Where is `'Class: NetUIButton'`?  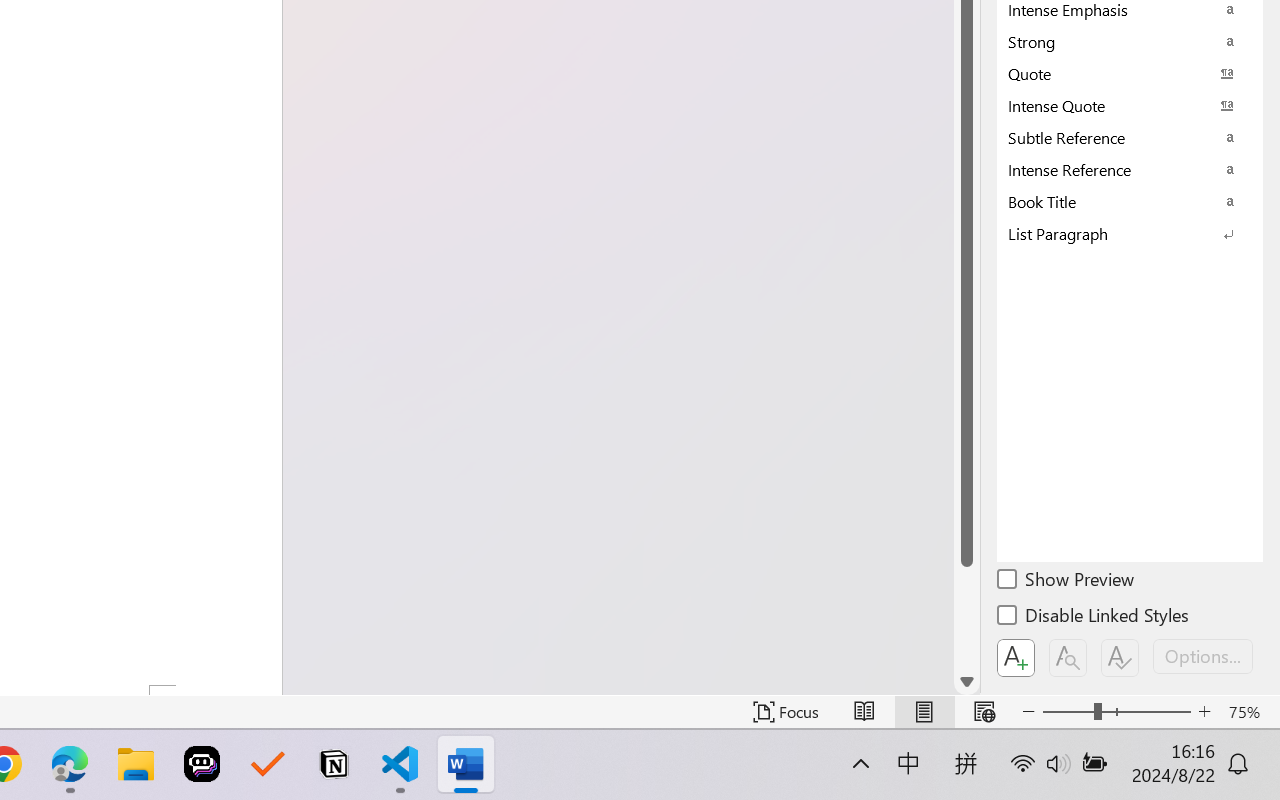 'Class: NetUIButton' is located at coordinates (1120, 657).